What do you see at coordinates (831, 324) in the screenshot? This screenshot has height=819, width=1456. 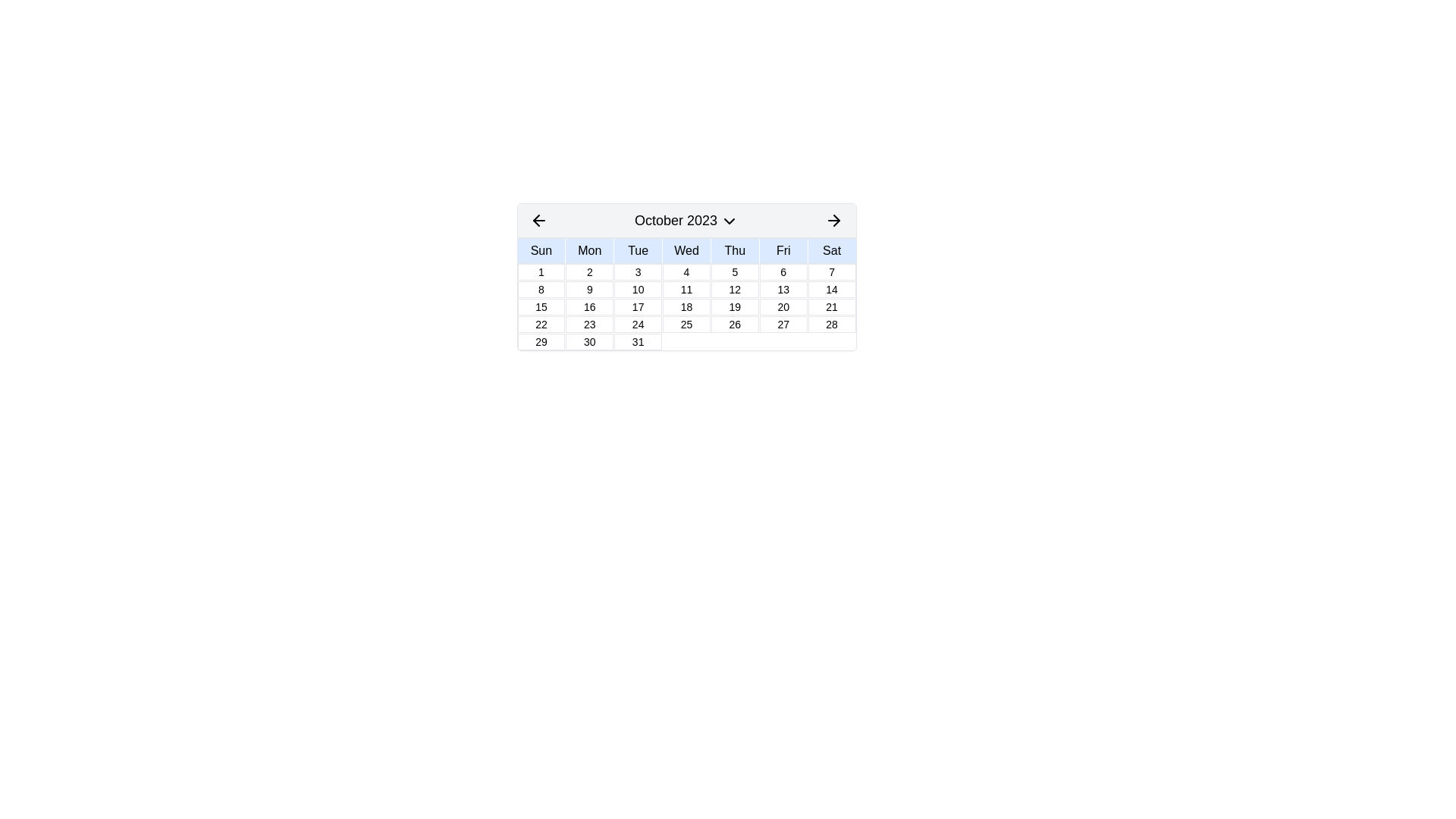 I see `the Text Display showing '28' in black font on a white background, located in the Saturday column of the calendar grid` at bounding box center [831, 324].